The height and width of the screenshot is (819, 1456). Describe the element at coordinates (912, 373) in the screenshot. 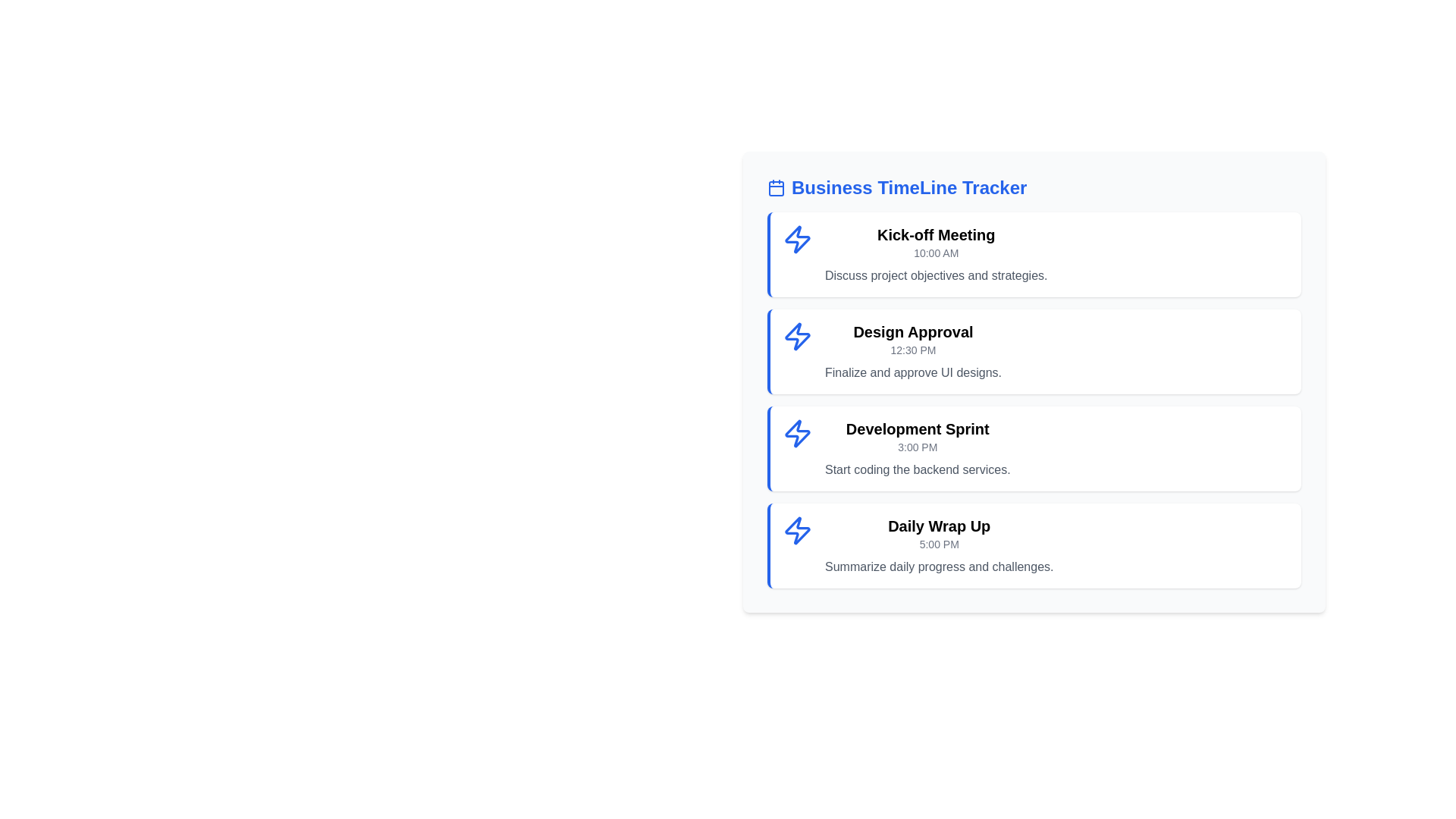

I see `the text label containing 'Finalize and approve UI designs.' which is positioned below the 'Design Approval' heading in the Business Timeline Tracker interface` at that location.